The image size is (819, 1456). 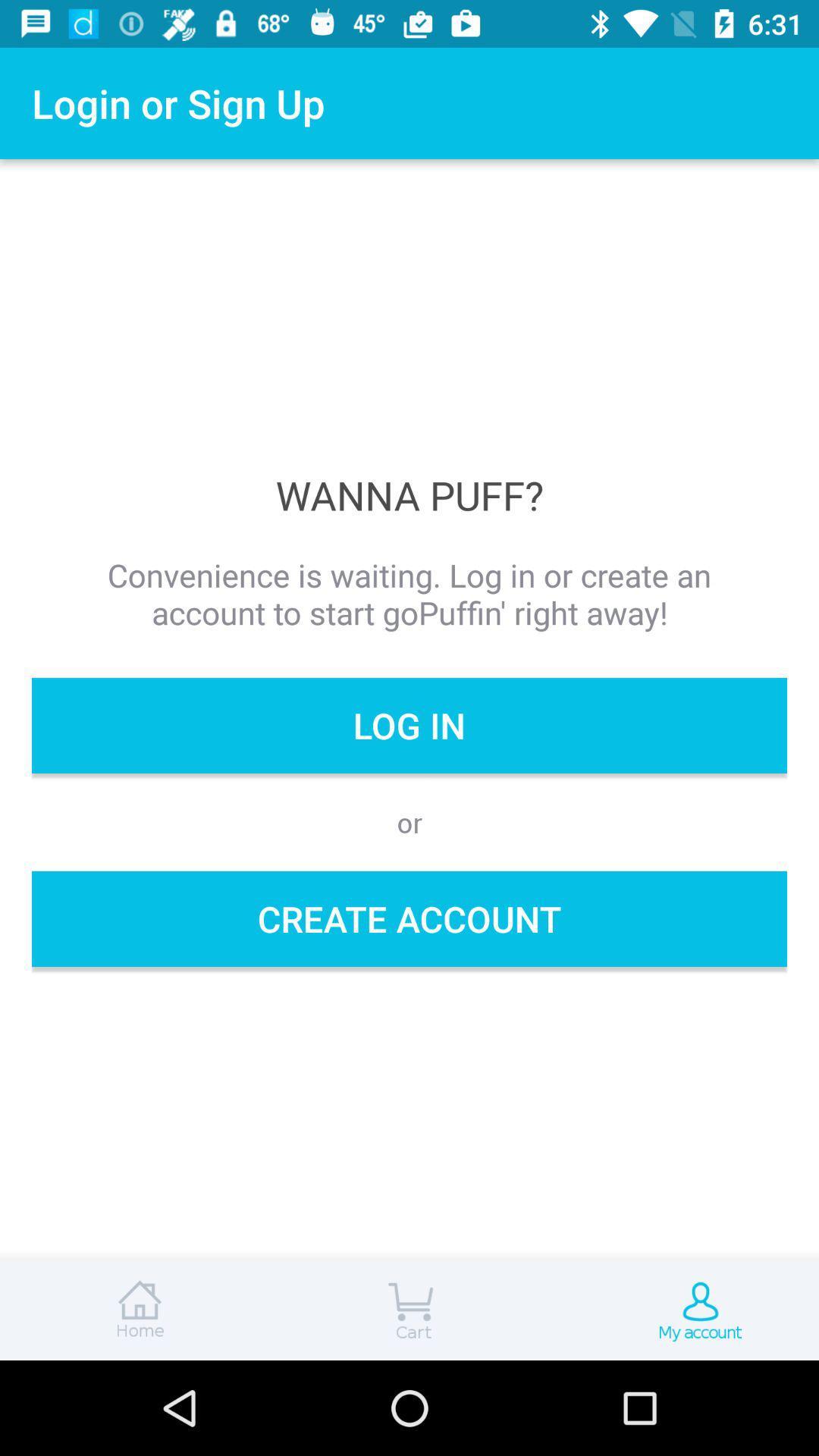 What do you see at coordinates (681, 1310) in the screenshot?
I see `my account` at bounding box center [681, 1310].